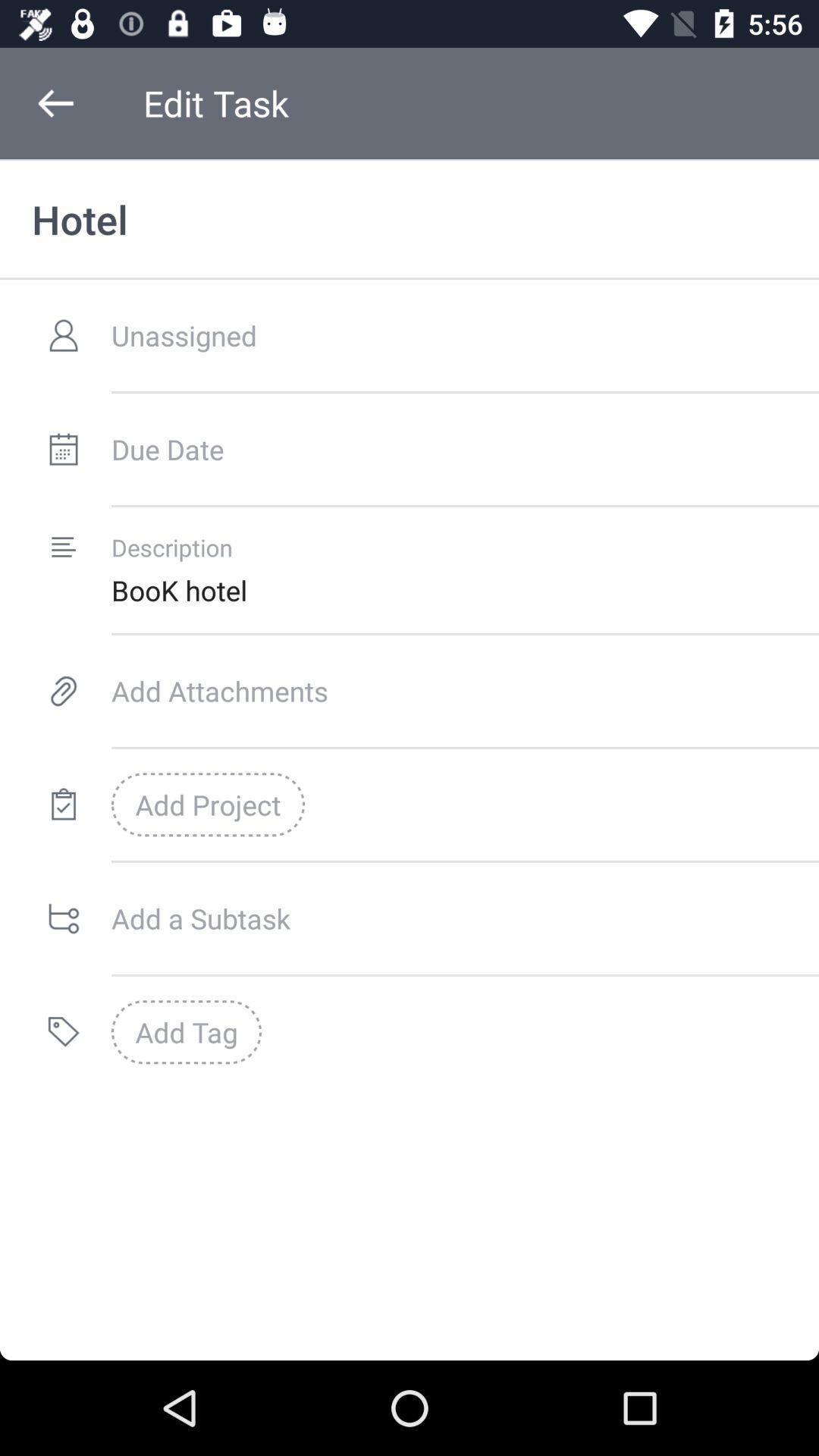  I want to click on item next to edit task icon, so click(55, 102).